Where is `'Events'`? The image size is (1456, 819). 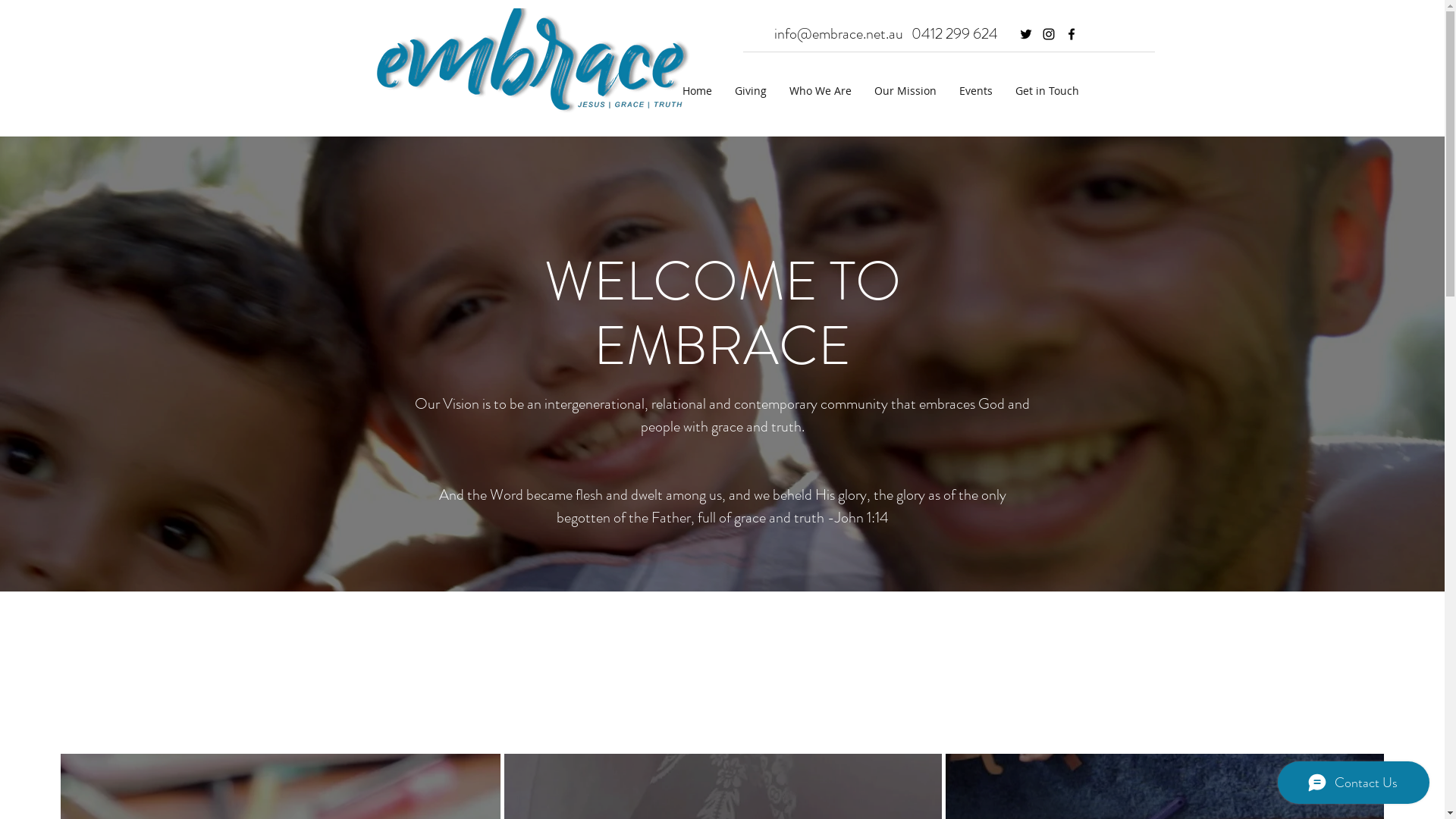
'Events' is located at coordinates (975, 90).